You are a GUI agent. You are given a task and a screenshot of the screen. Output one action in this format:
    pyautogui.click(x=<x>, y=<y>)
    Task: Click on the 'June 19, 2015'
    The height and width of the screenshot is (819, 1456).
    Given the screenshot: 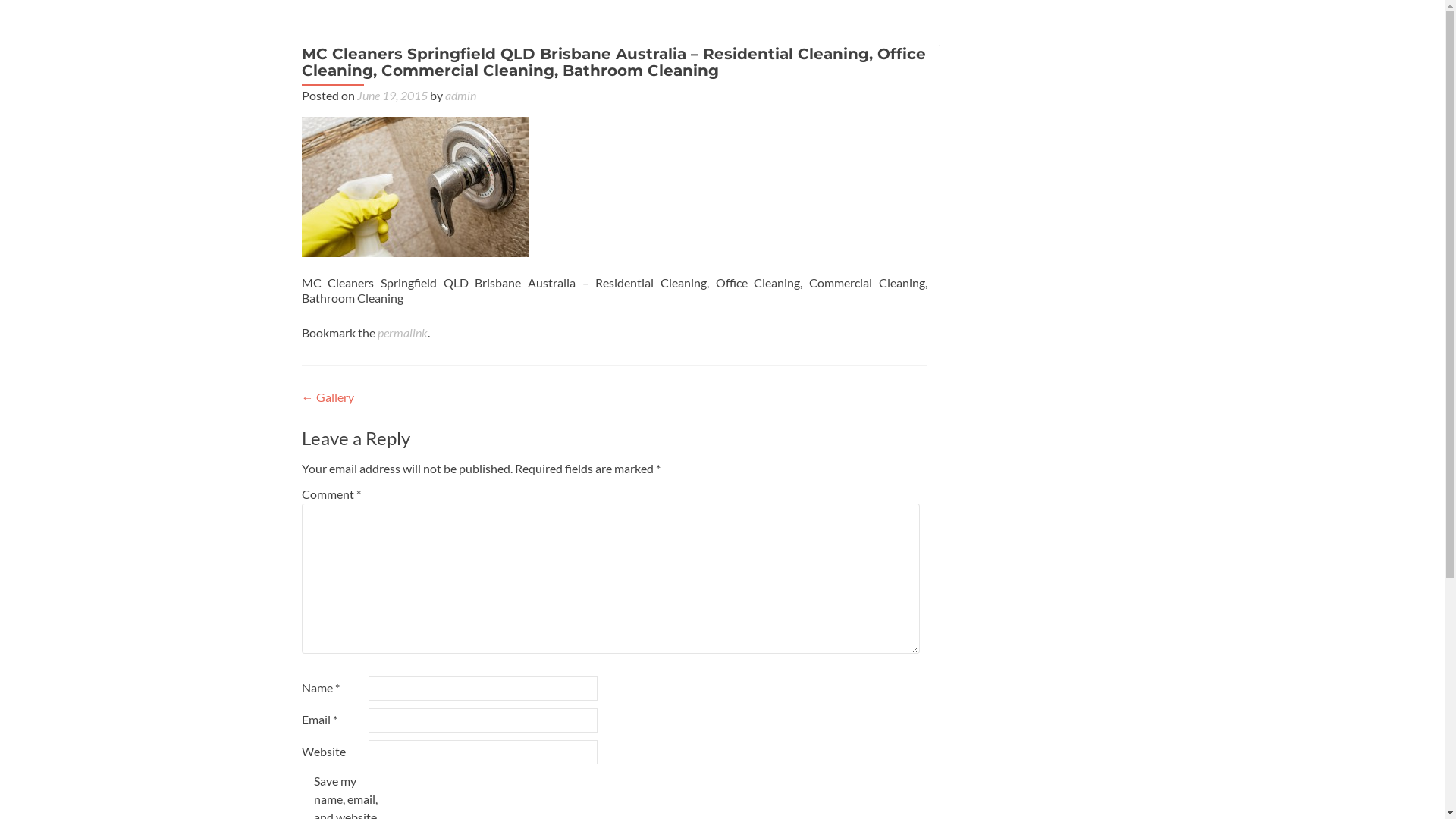 What is the action you would take?
    pyautogui.click(x=356, y=95)
    